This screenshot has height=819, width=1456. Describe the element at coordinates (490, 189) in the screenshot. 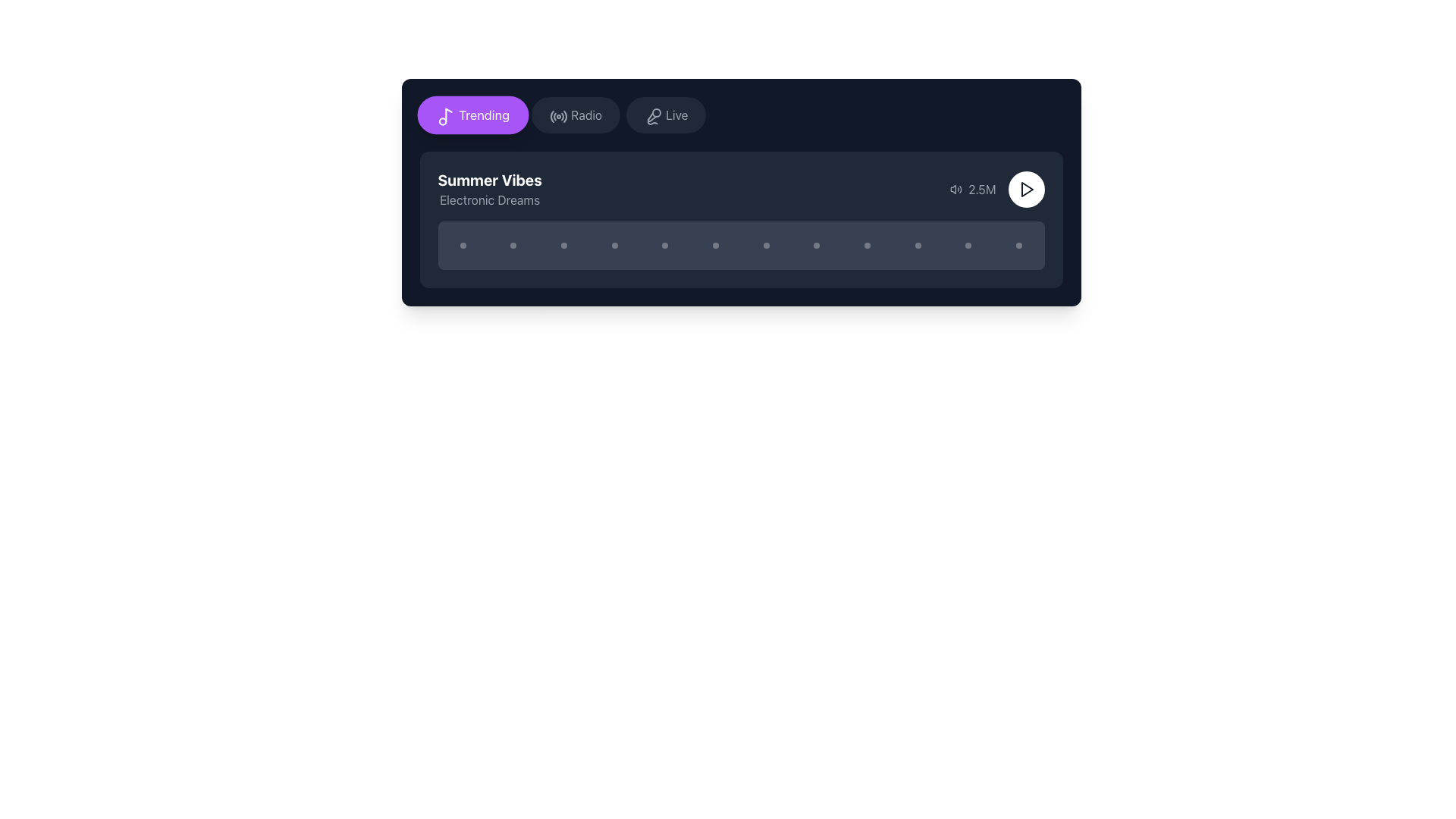

I see `the text block displaying 'Summer Vibes' in bold and 'Electronic Dreams' in smaller gray text, which is positioned in the top left area of the music interface` at that location.